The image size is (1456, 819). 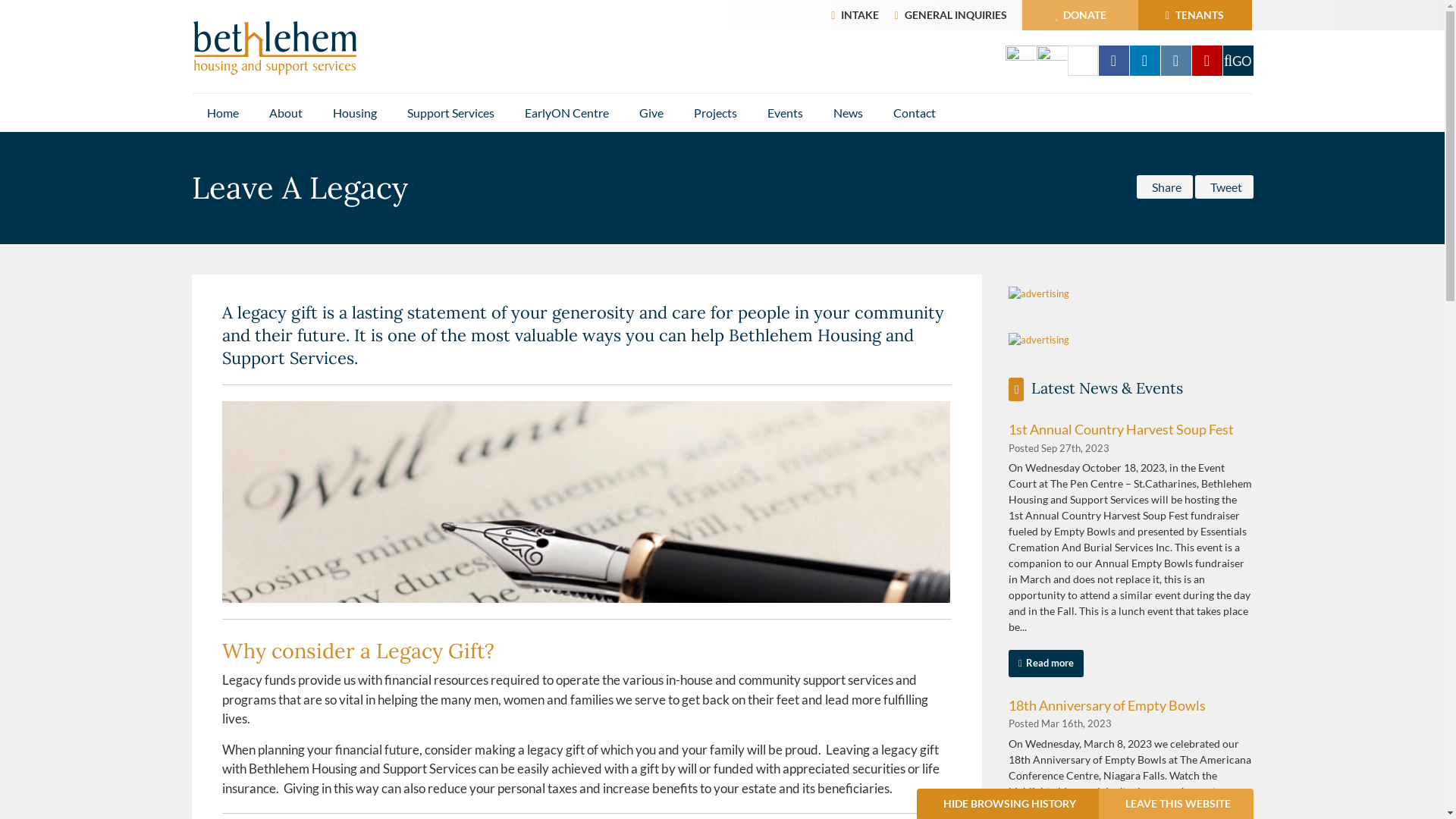 I want to click on '1st Annual Country Harvest Soup Fest', so click(x=1121, y=429).